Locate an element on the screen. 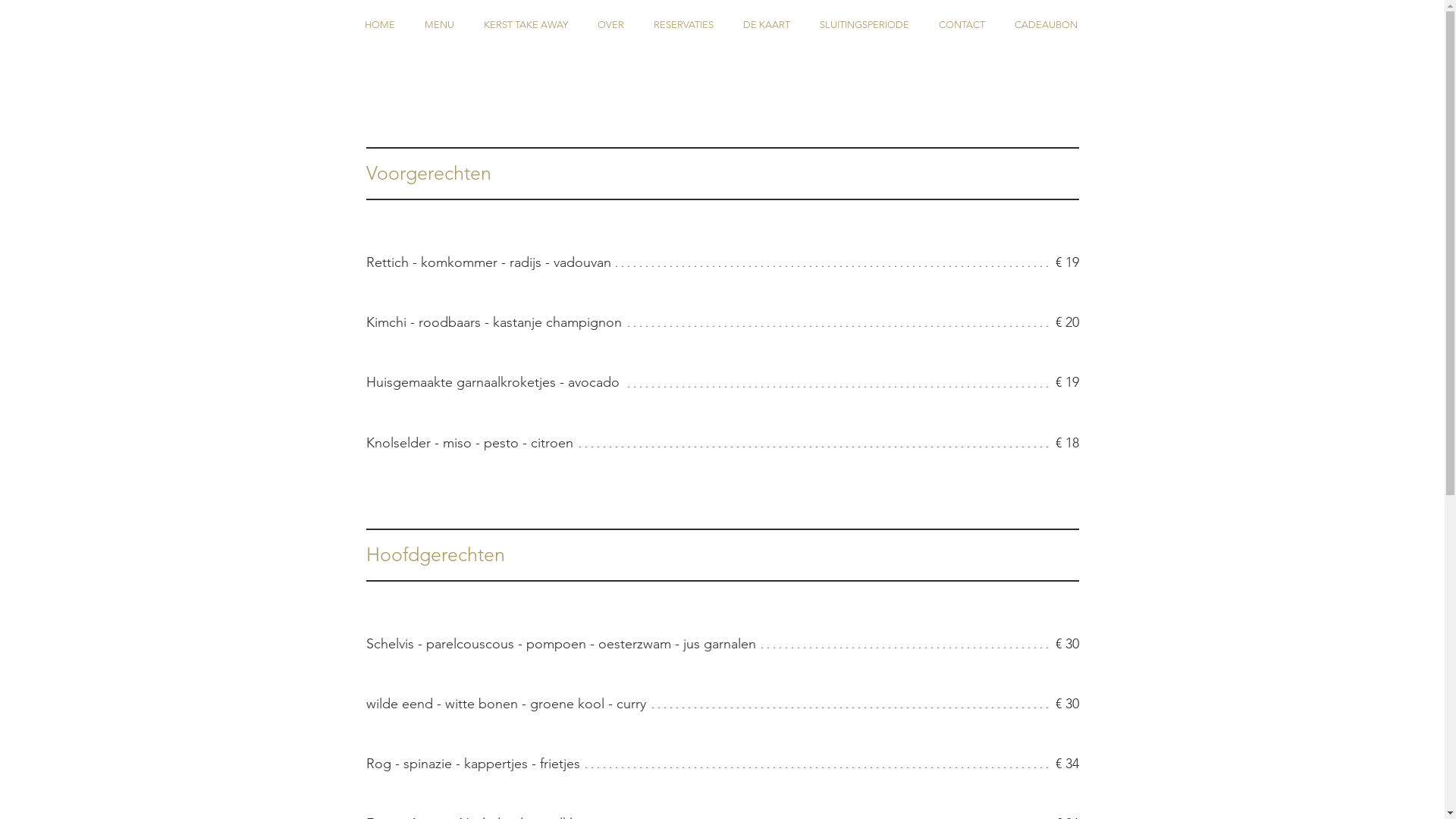 This screenshot has width=1456, height=819. 'HOME' is located at coordinates (378, 24).